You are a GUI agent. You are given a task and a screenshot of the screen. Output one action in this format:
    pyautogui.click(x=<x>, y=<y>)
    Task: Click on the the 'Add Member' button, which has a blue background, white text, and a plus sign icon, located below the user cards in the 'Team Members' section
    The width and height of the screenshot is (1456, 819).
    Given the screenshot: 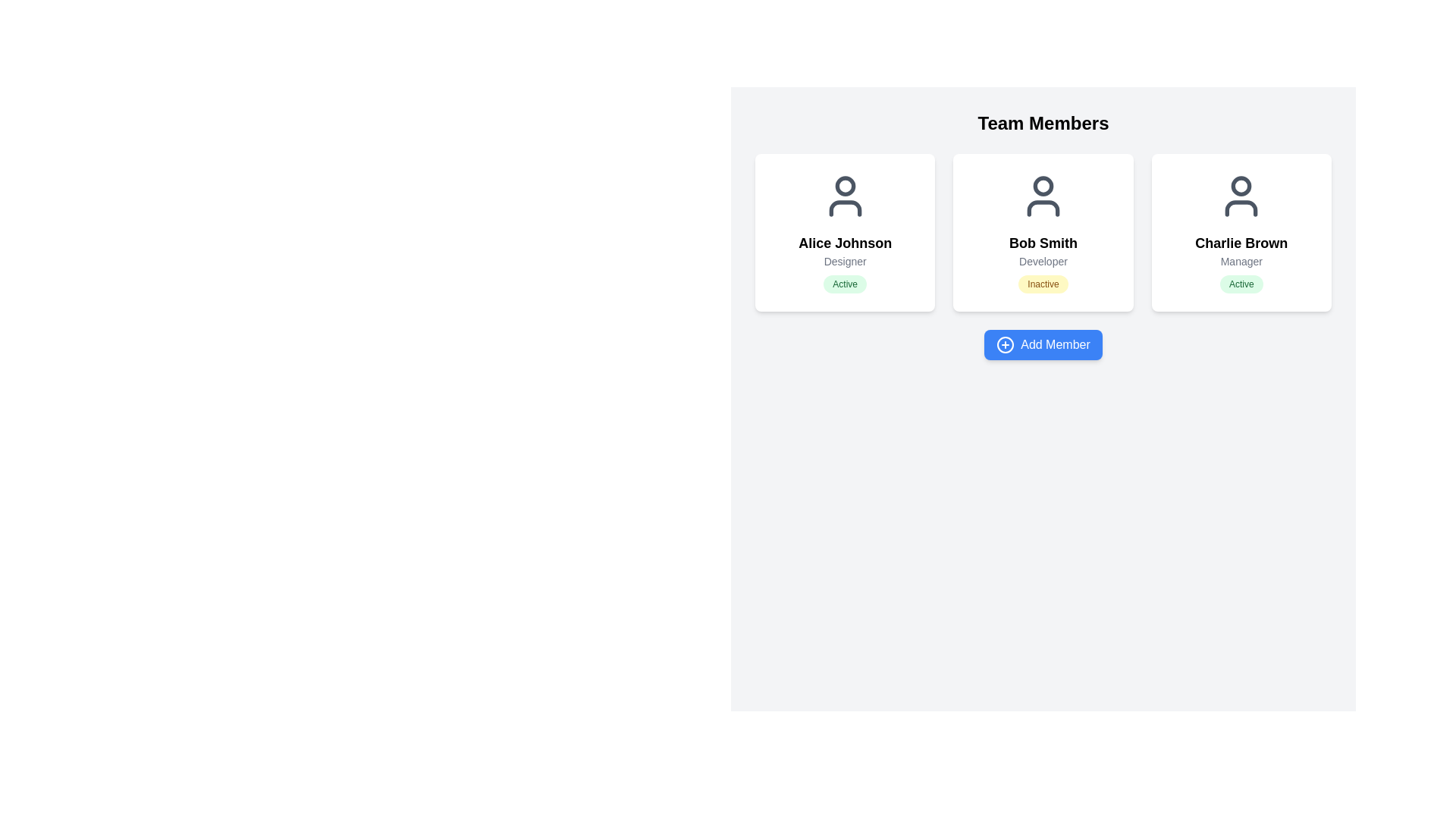 What is the action you would take?
    pyautogui.click(x=1043, y=345)
    